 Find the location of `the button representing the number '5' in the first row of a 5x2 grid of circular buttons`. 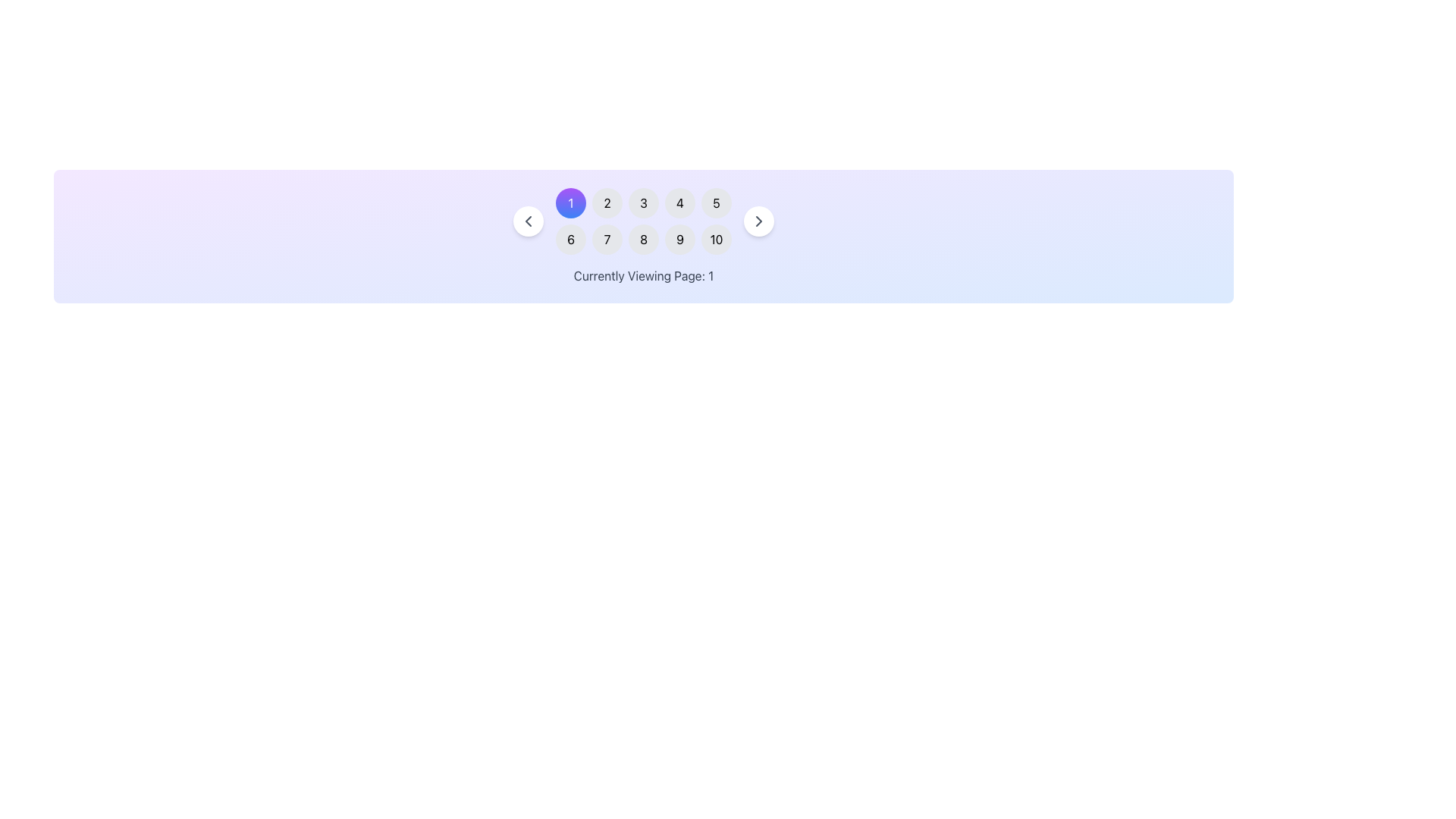

the button representing the number '5' in the first row of a 5x2 grid of circular buttons is located at coordinates (716, 202).